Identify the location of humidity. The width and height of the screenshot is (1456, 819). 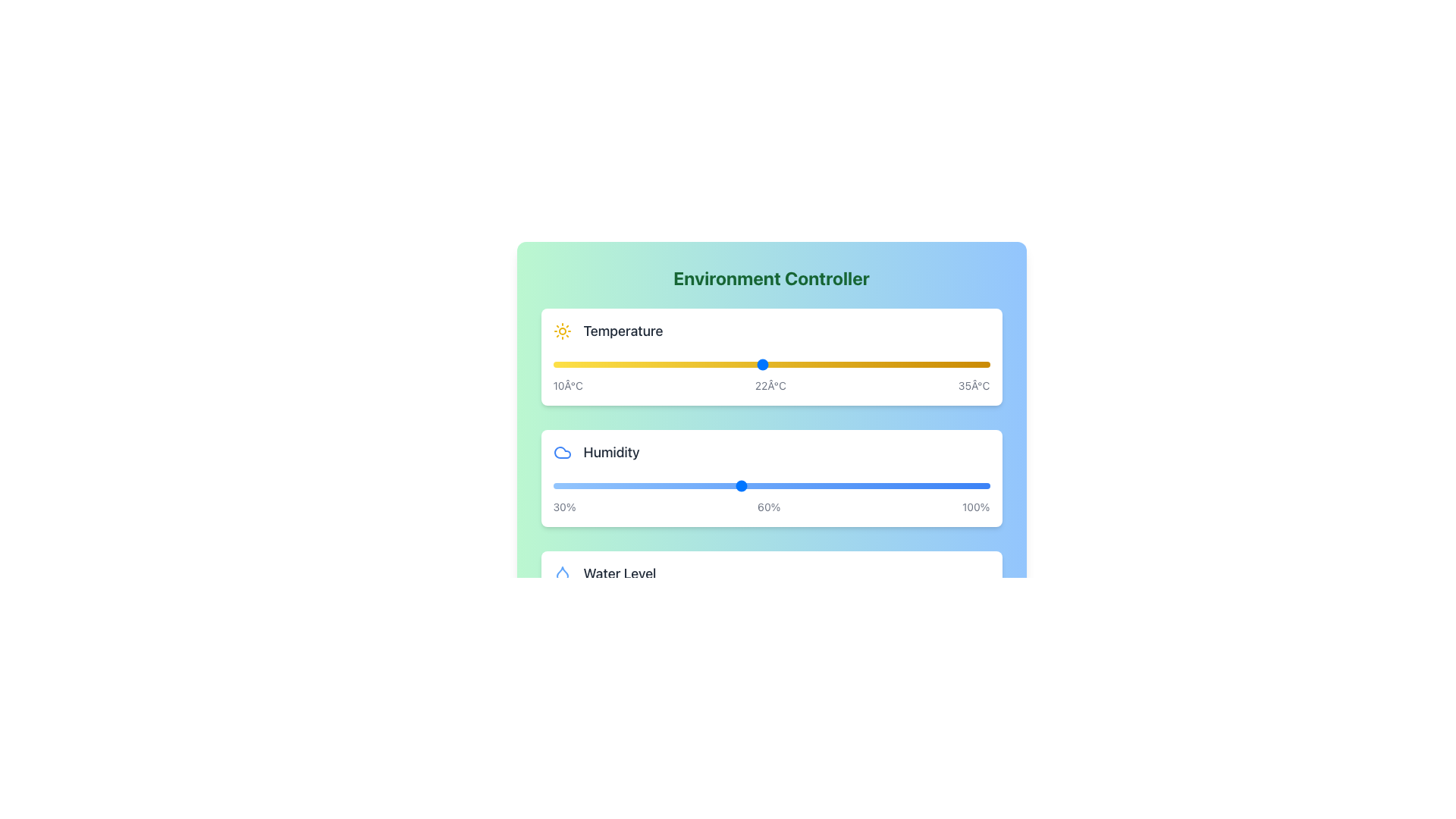
(558, 485).